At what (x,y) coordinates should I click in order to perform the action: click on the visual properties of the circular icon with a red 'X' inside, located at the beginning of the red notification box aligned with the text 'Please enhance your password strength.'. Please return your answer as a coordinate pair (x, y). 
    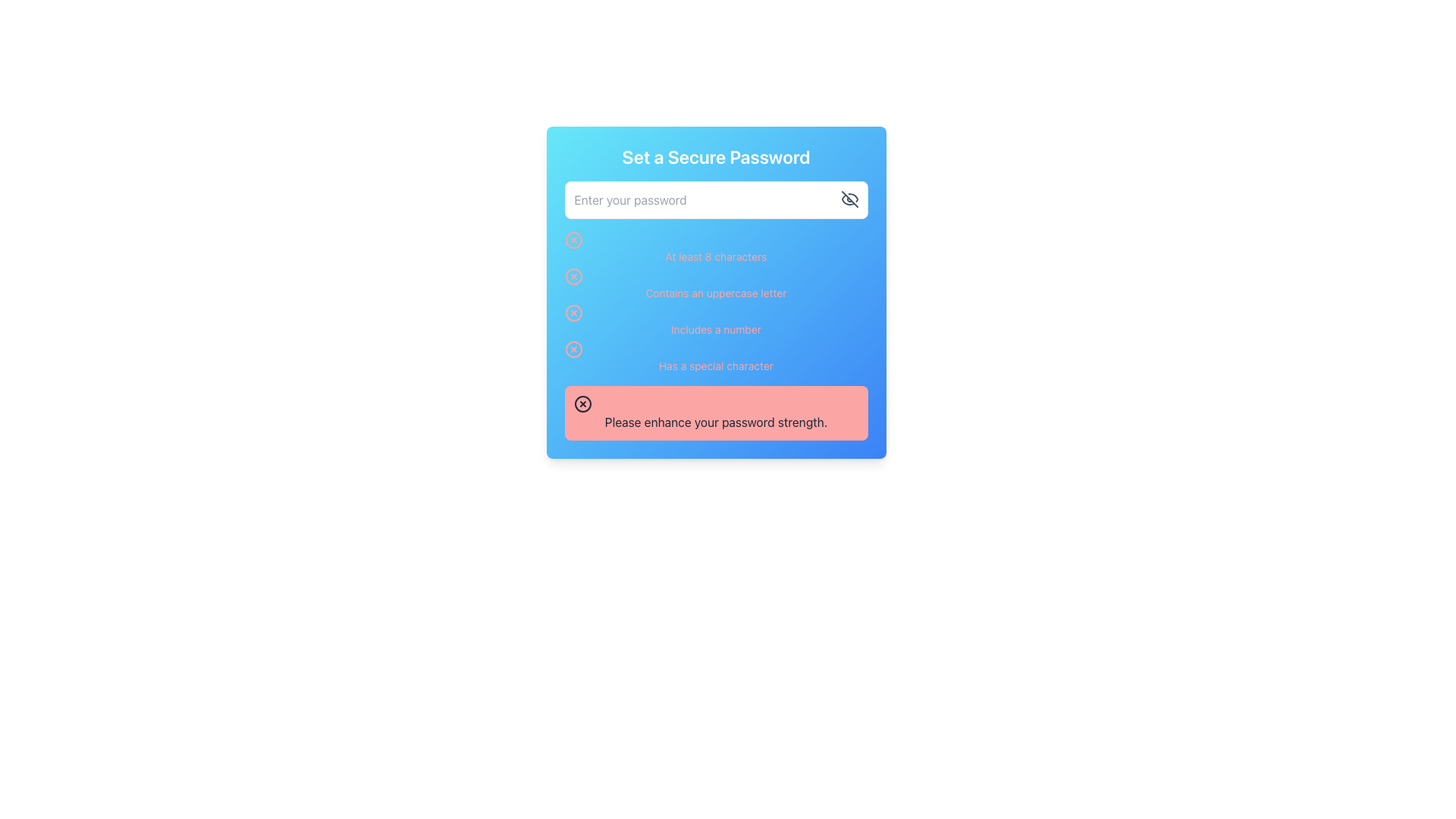
    Looking at the image, I should click on (582, 403).